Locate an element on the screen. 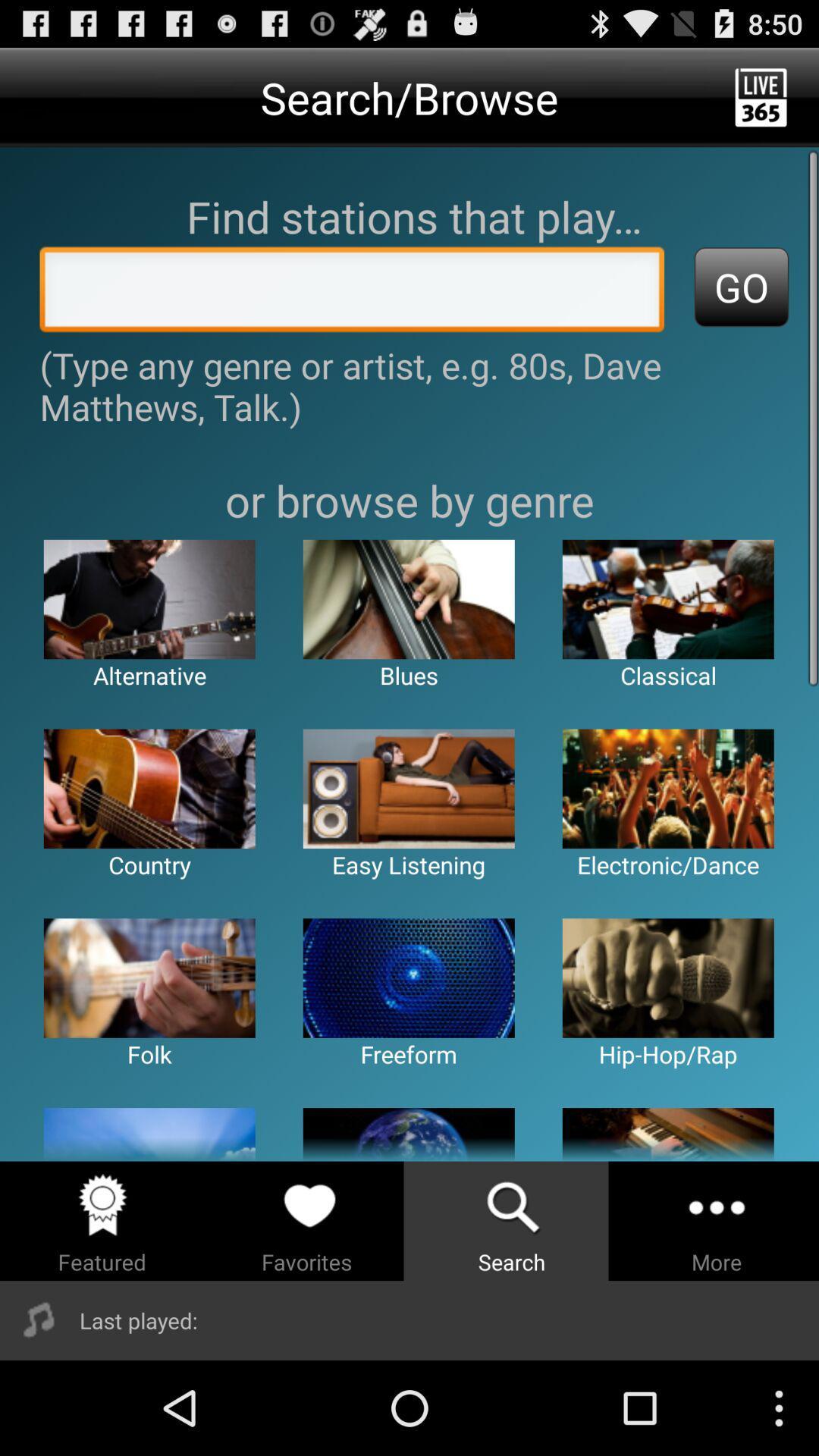 The height and width of the screenshot is (1456, 819). the image which is beside freeform is located at coordinates (667, 978).